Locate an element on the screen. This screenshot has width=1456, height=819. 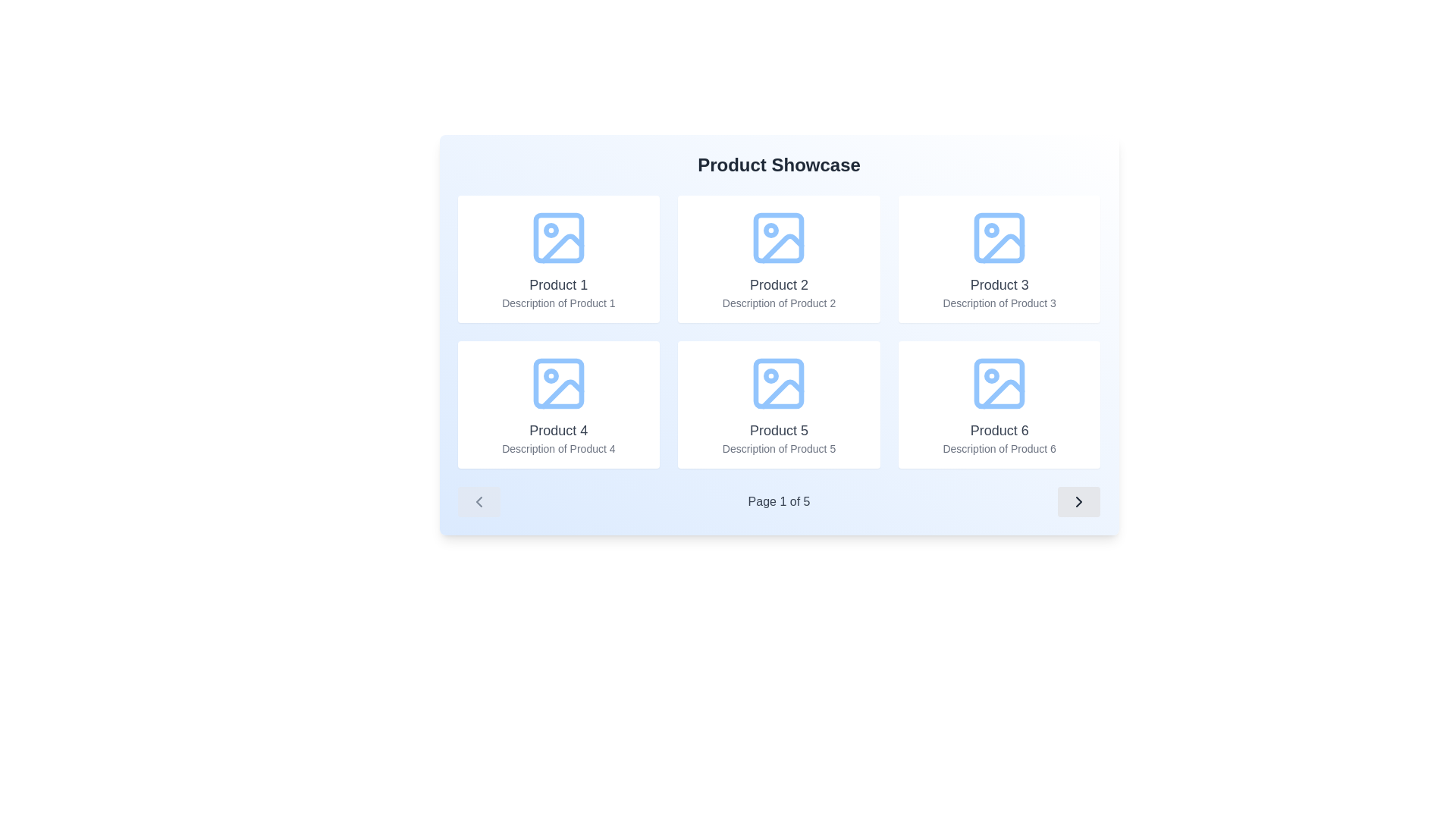
text content of the label identifying the associated product in the third card of the top row in the grid layout is located at coordinates (999, 284).